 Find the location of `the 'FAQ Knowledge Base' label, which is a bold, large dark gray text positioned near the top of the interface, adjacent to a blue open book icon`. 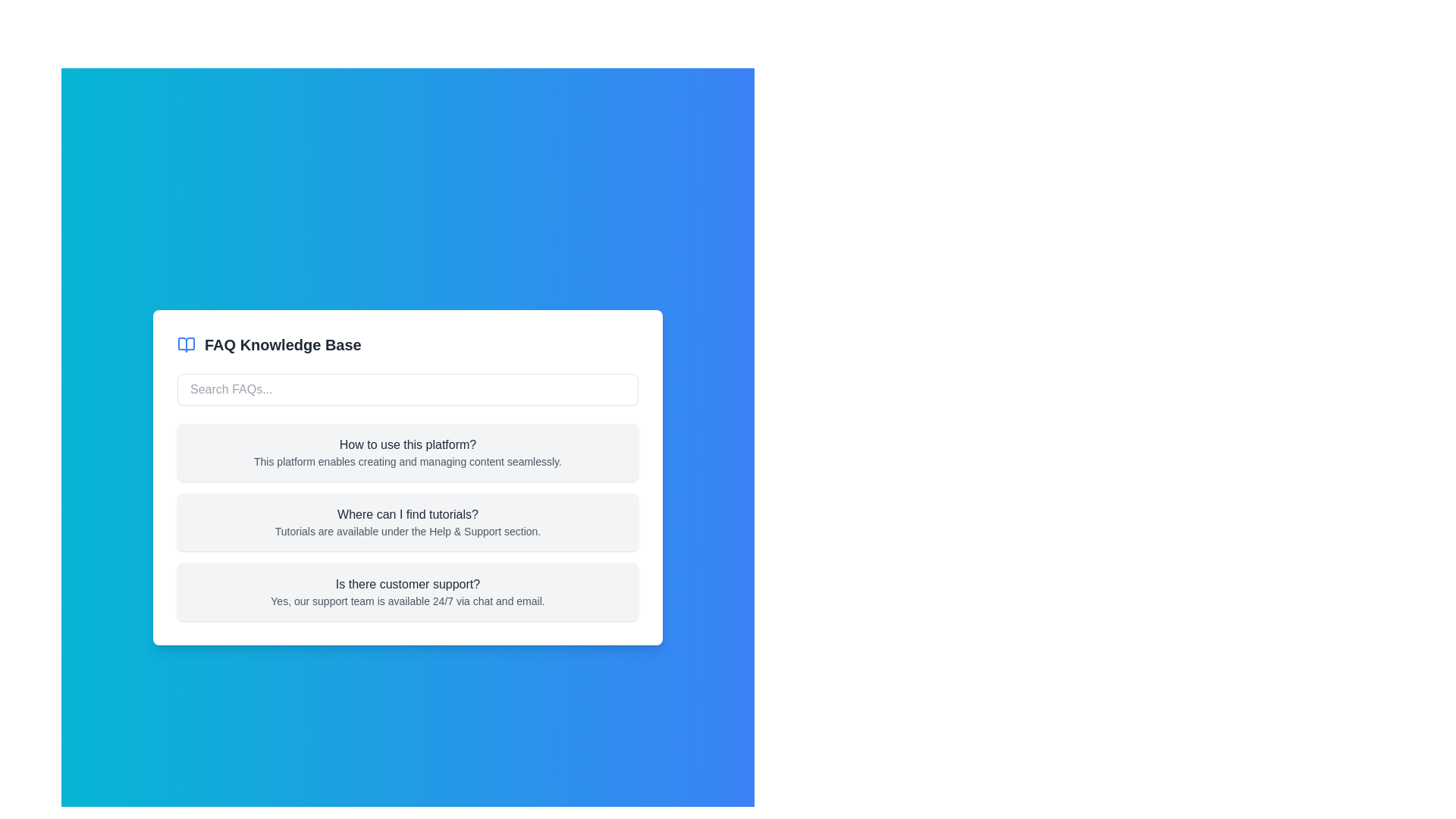

the 'FAQ Knowledge Base' label, which is a bold, large dark gray text positioned near the top of the interface, adjacent to a blue open book icon is located at coordinates (283, 345).